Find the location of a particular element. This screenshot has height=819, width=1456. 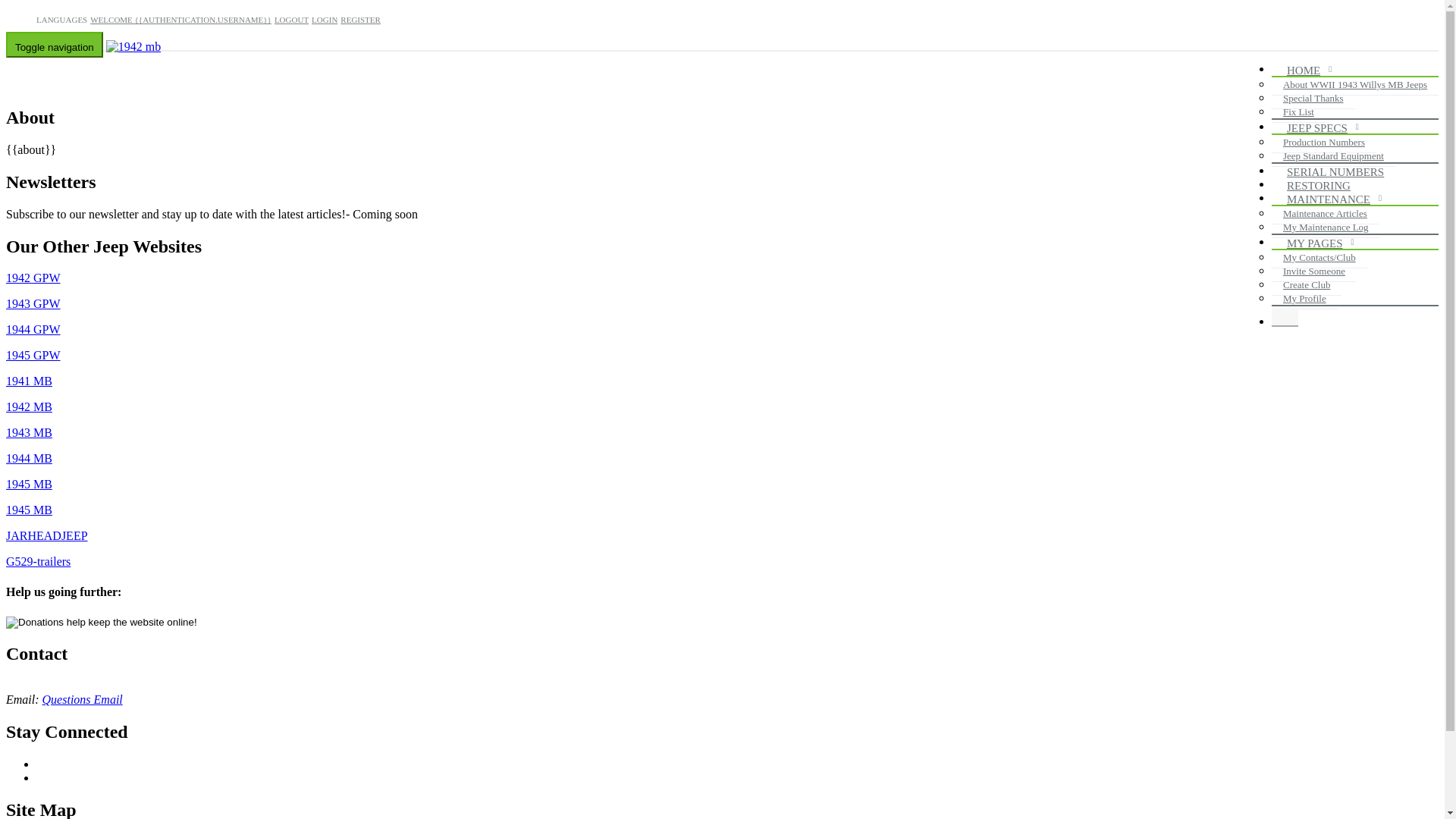

'MY PAGES' is located at coordinates (1317, 243).